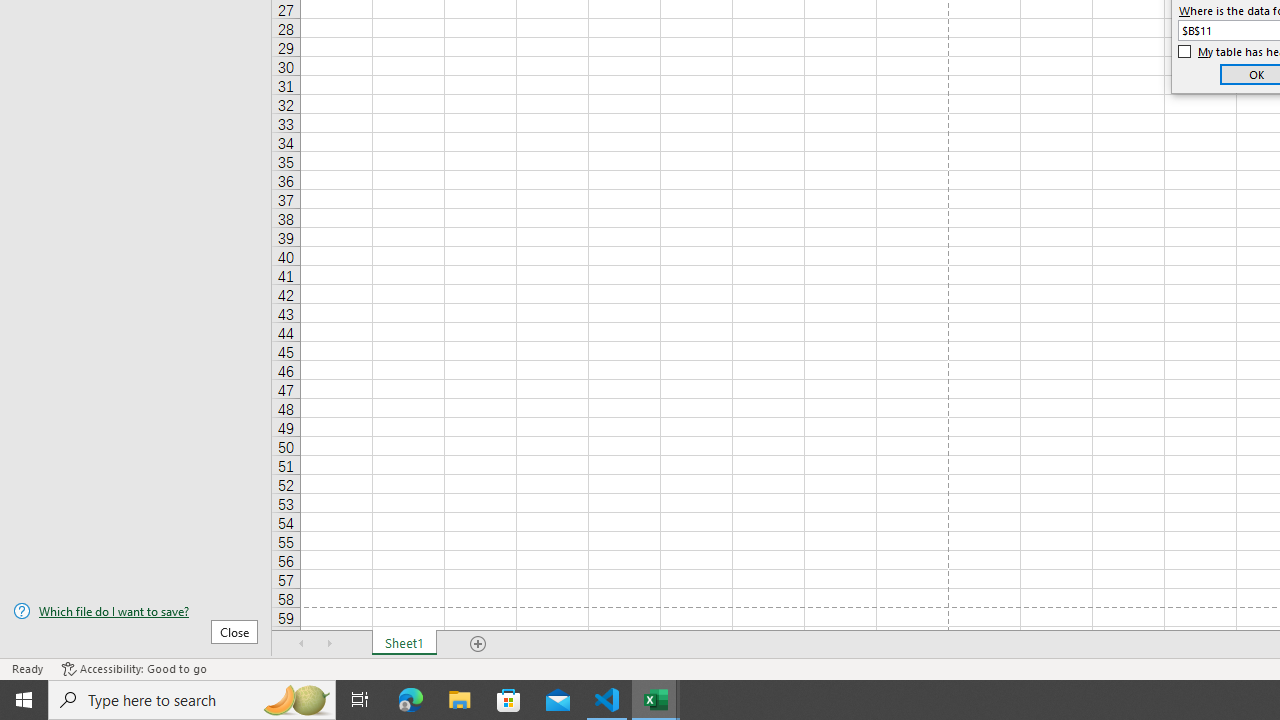 The width and height of the screenshot is (1280, 720). I want to click on 'Accessibility Checker Accessibility: Good to go', so click(133, 669).